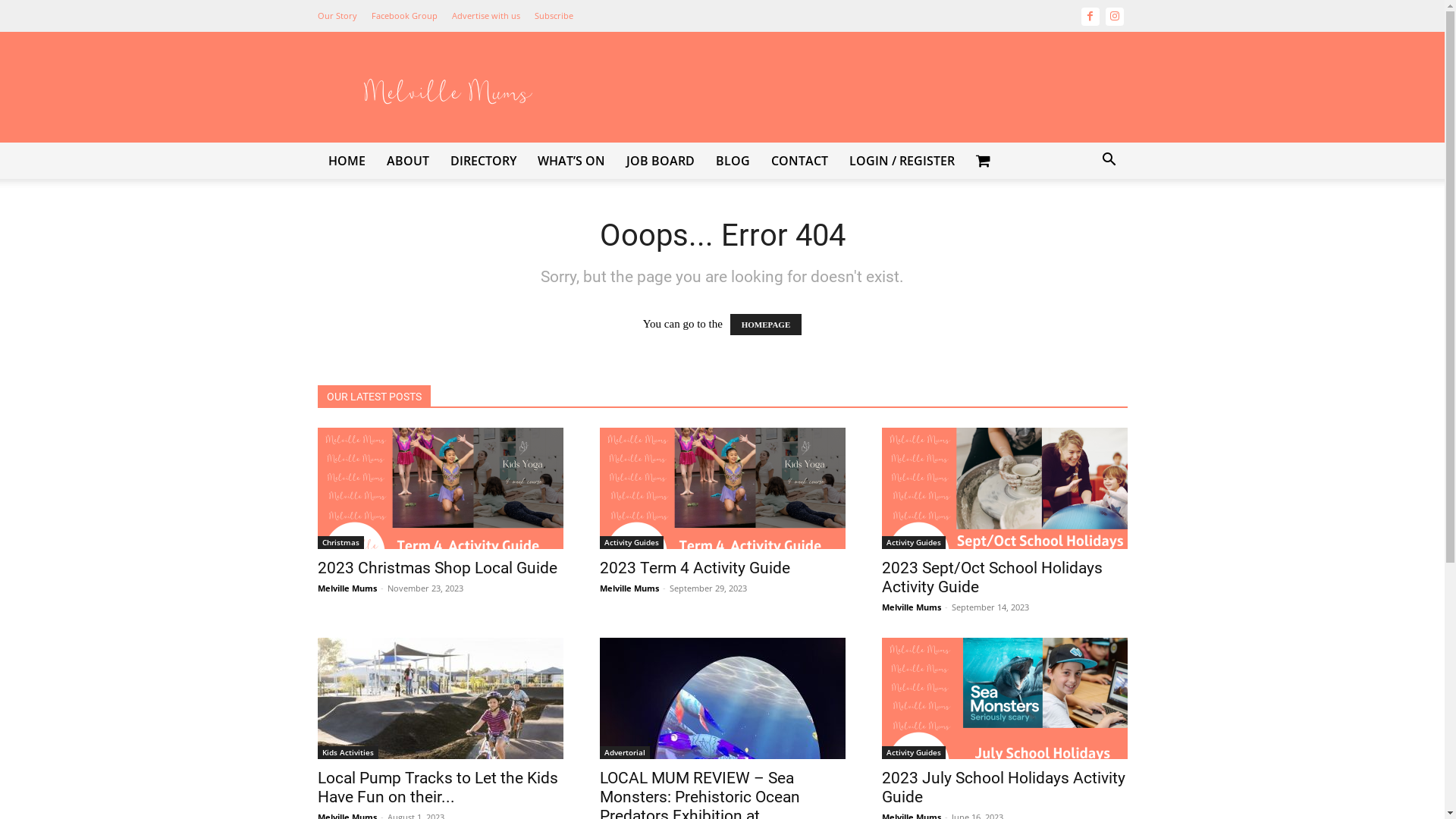 The width and height of the screenshot is (1456, 819). What do you see at coordinates (439, 488) in the screenshot?
I see `'2023 Christmas Shop Local Guide'` at bounding box center [439, 488].